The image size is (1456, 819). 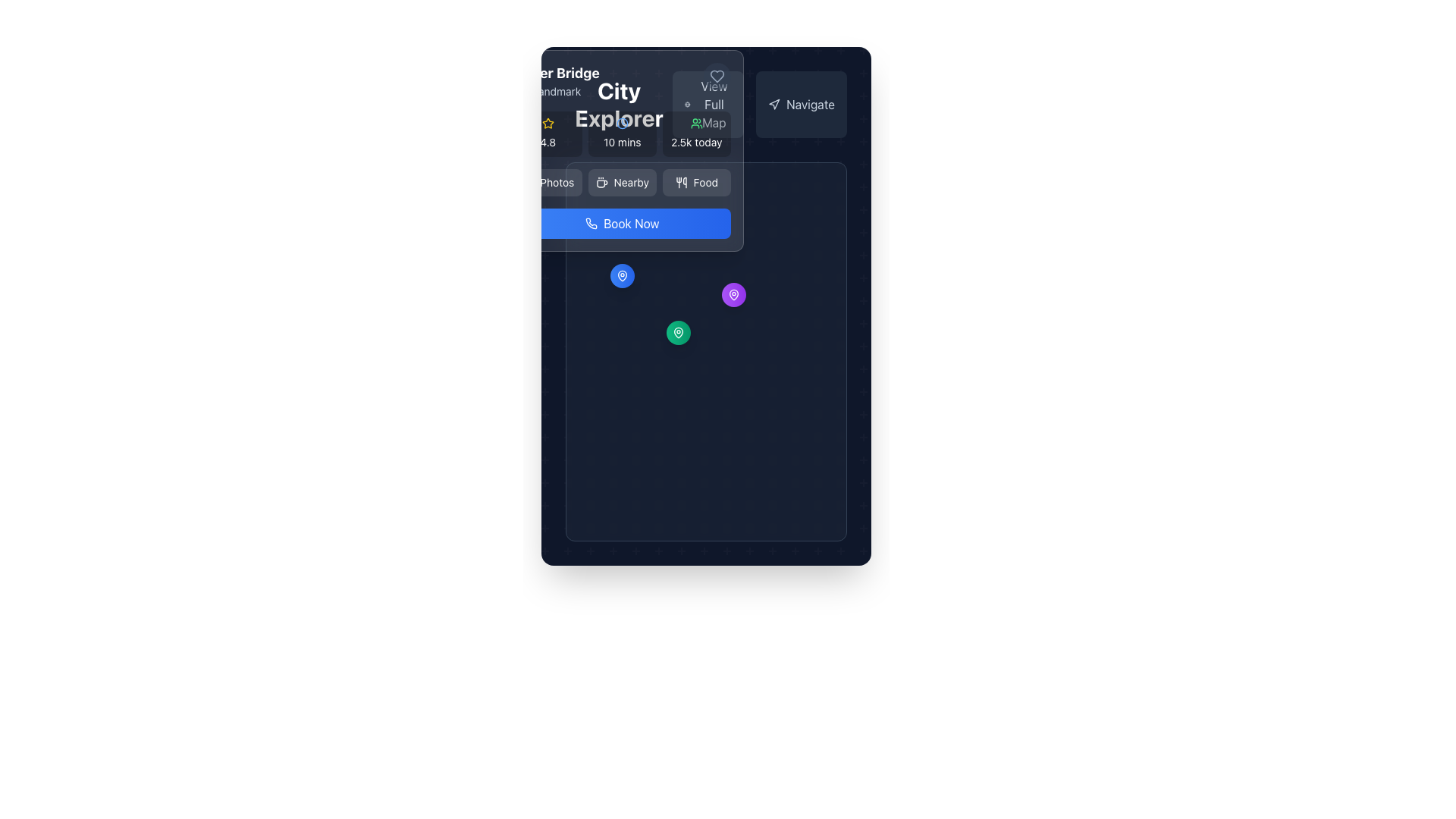 I want to click on the 'Navigate' button with dark slate background and rounded corners, so click(x=760, y=104).